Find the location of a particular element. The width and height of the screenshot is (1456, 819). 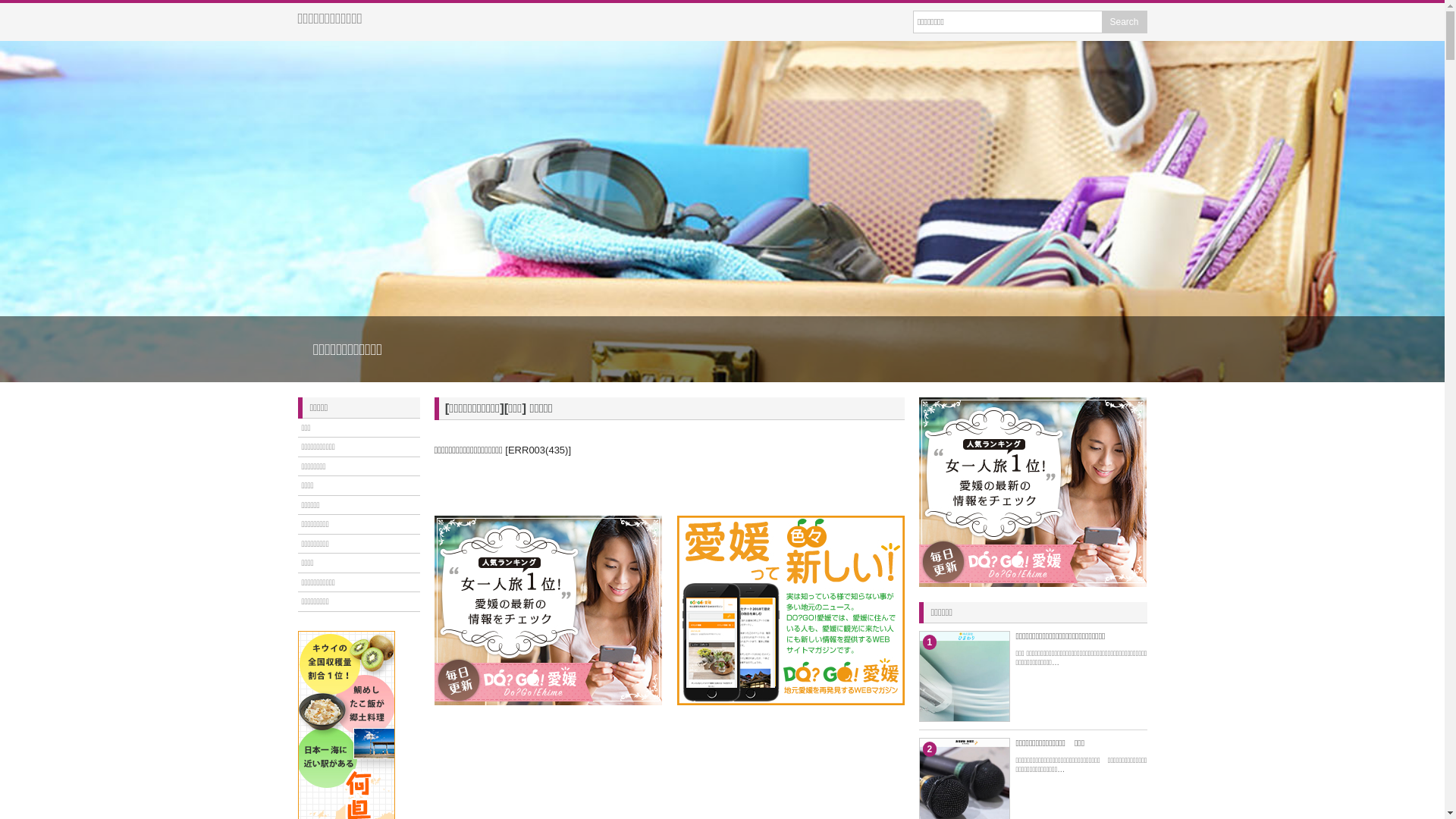

'Search' is located at coordinates (1124, 22).